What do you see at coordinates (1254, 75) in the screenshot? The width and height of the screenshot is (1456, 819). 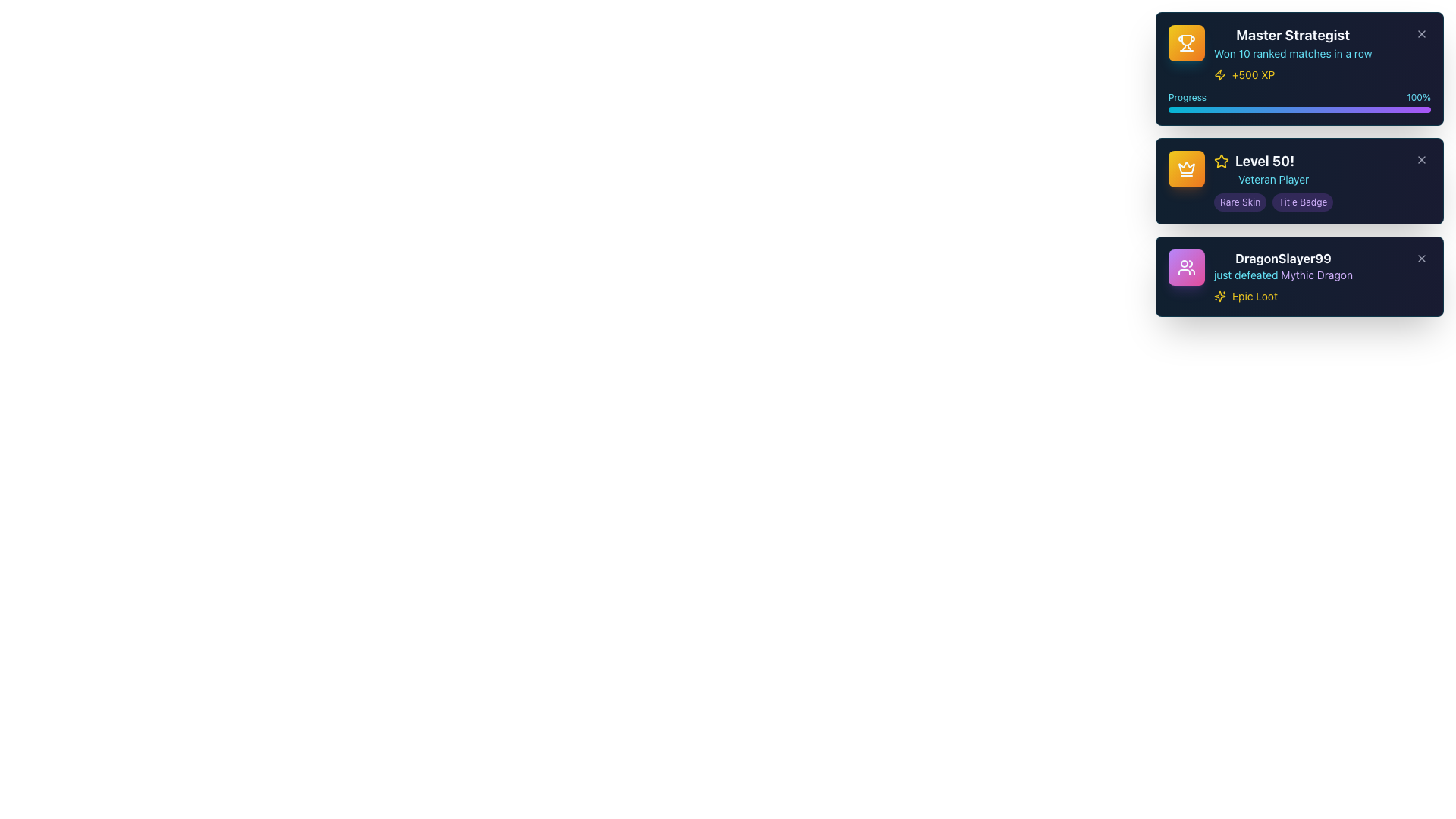 I see `text label displaying '+500 XP' in bold yellow located near the 'Master Strategist' text and to the right of the lightning icon` at bounding box center [1254, 75].